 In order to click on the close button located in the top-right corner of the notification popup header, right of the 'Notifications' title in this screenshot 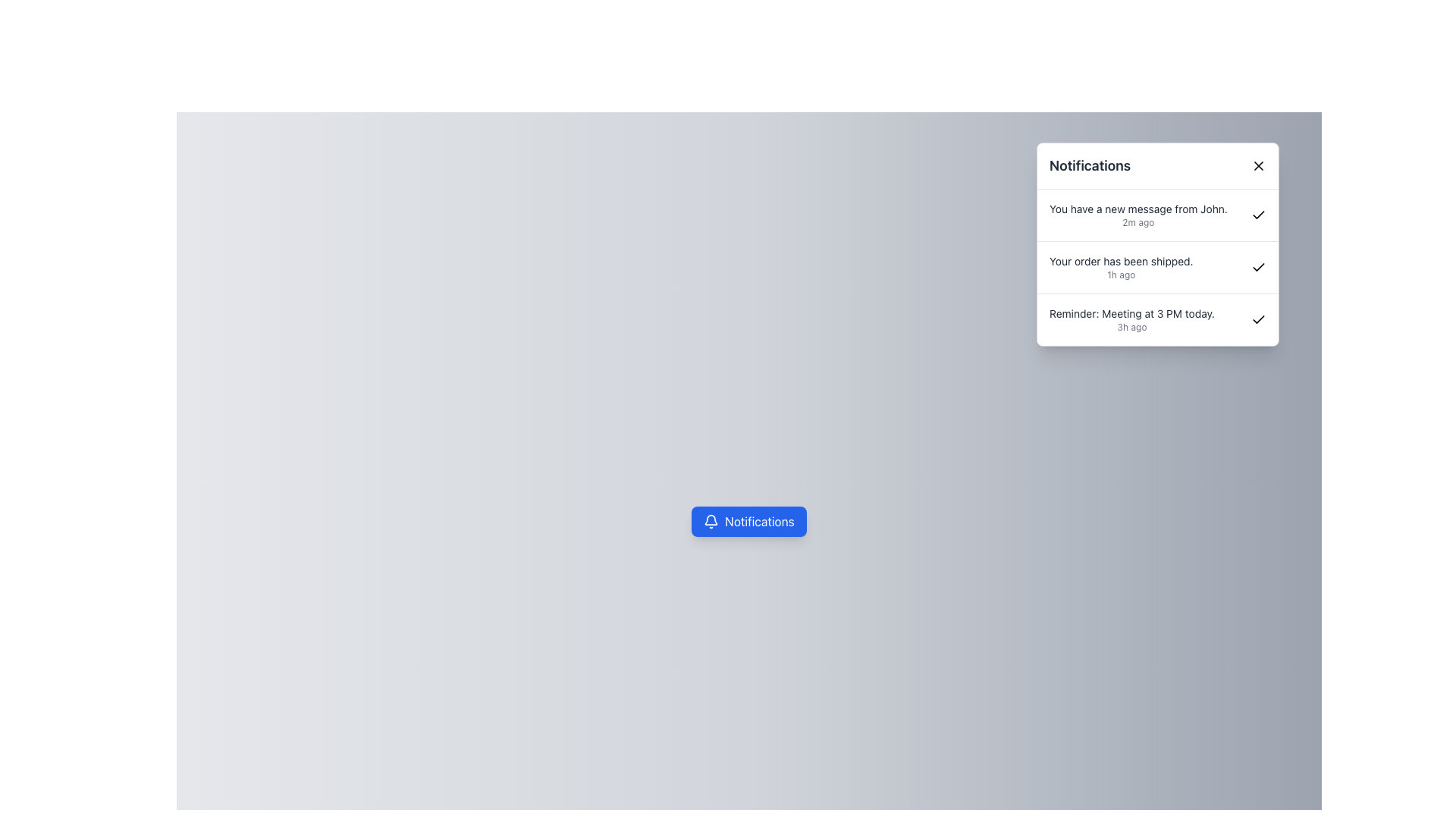, I will do `click(1259, 166)`.